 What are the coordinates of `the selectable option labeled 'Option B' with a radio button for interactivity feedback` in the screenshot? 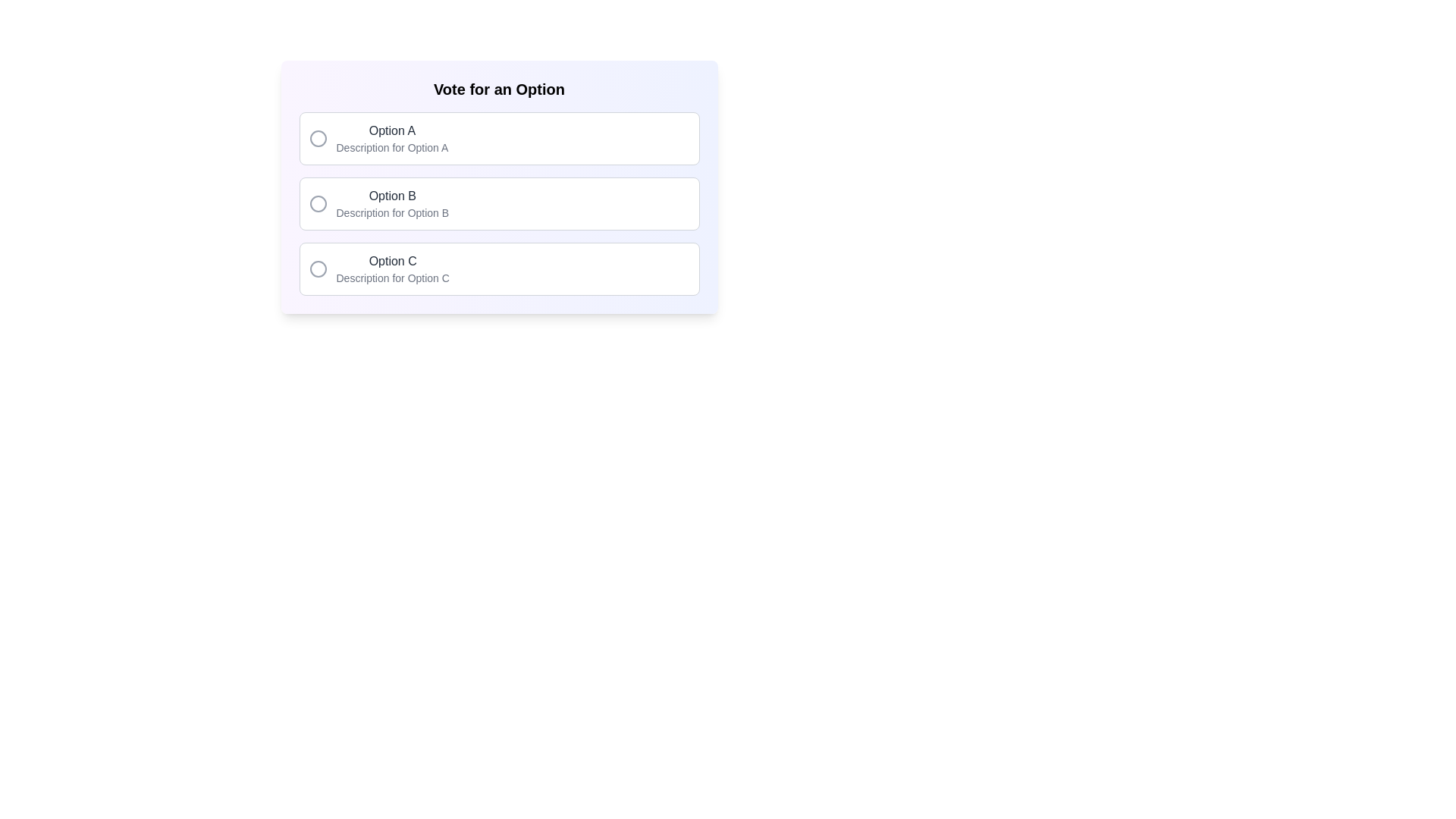 It's located at (499, 203).